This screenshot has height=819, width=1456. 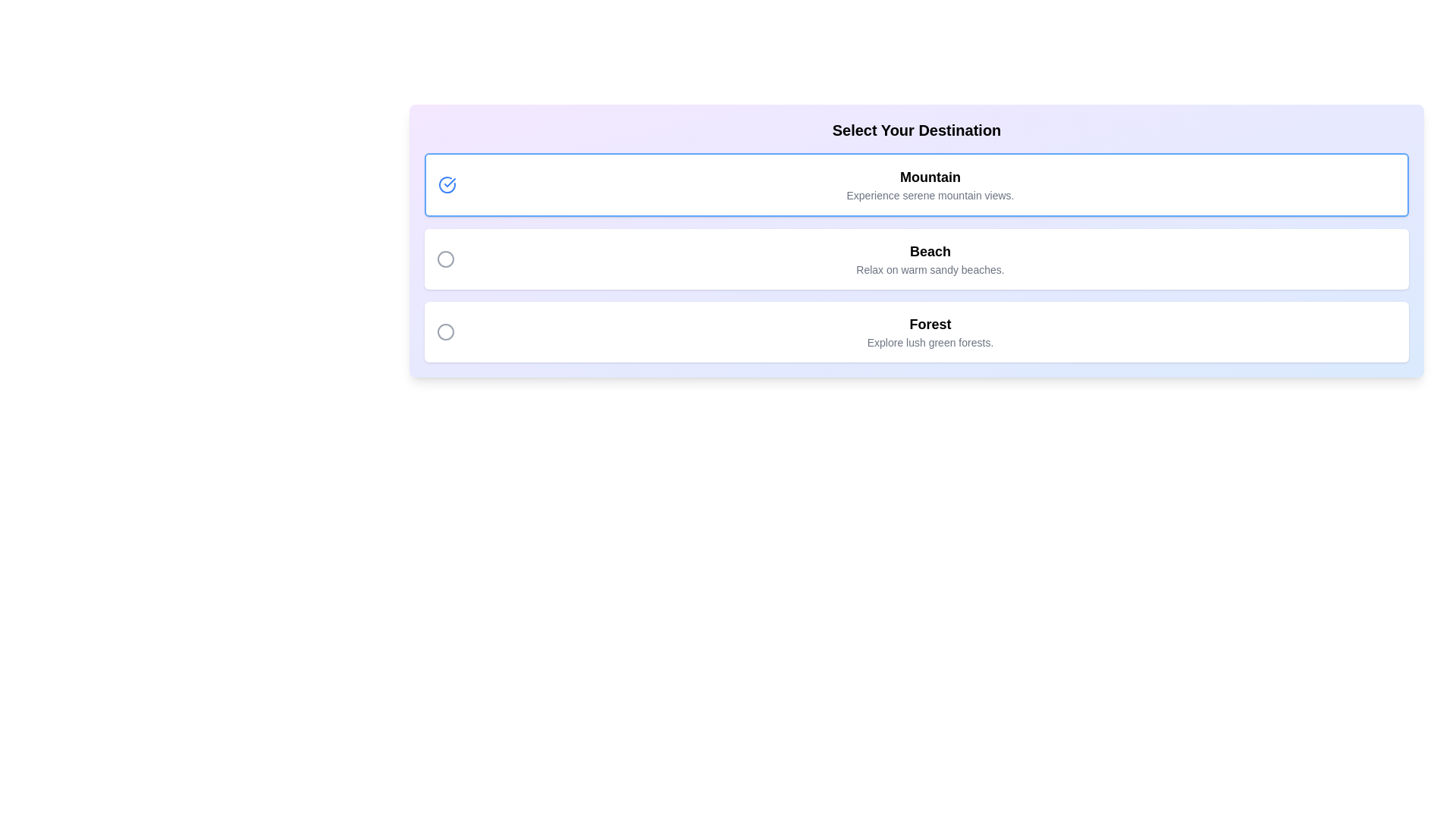 What do you see at coordinates (916, 331) in the screenshot?
I see `the 'Forest' Option card` at bounding box center [916, 331].